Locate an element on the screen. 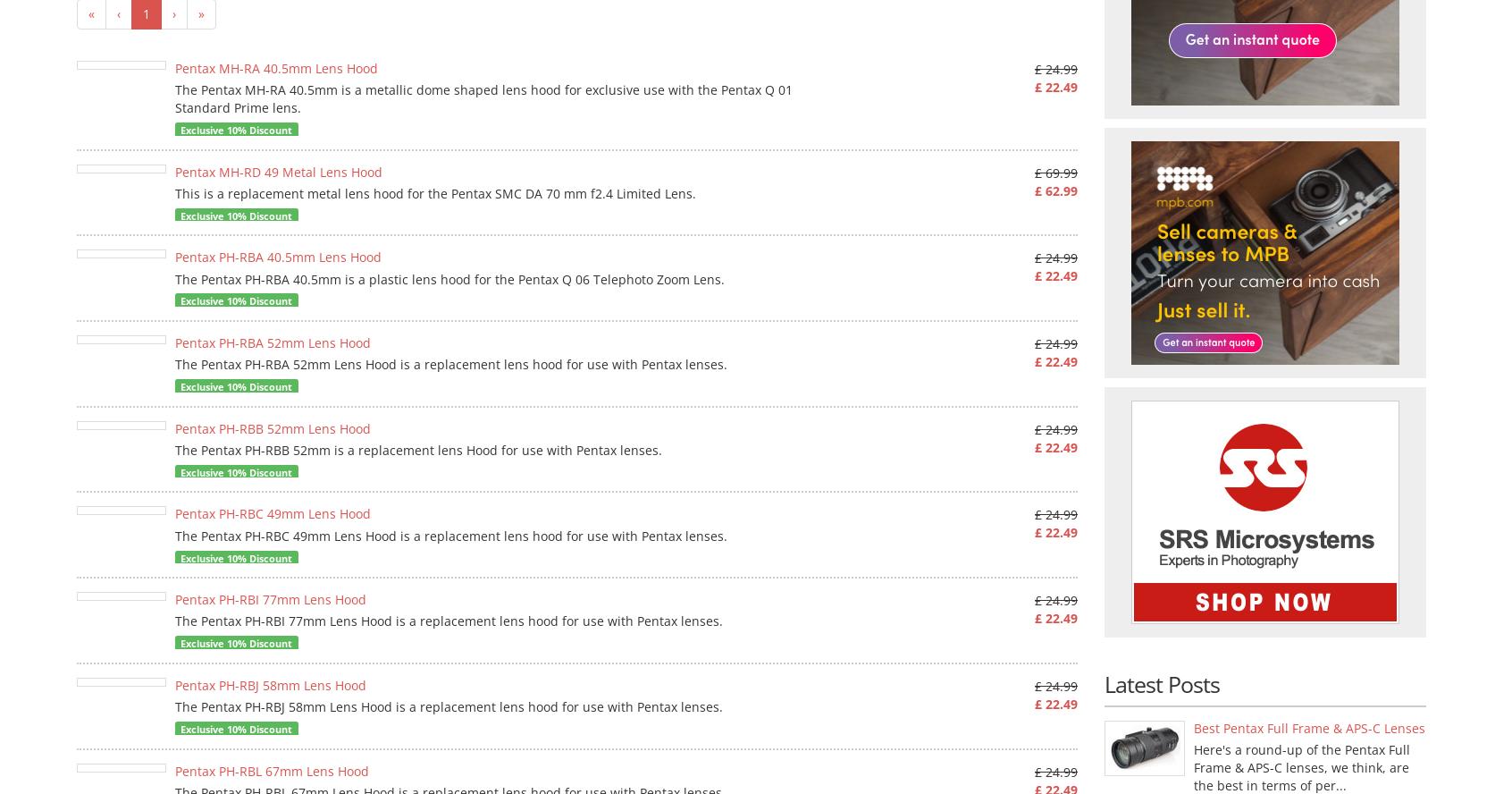  'The Pentax PH-RBJ 58mm Lens Hood is a replacement lens hood for use with Pentax lenses.' is located at coordinates (449, 706).